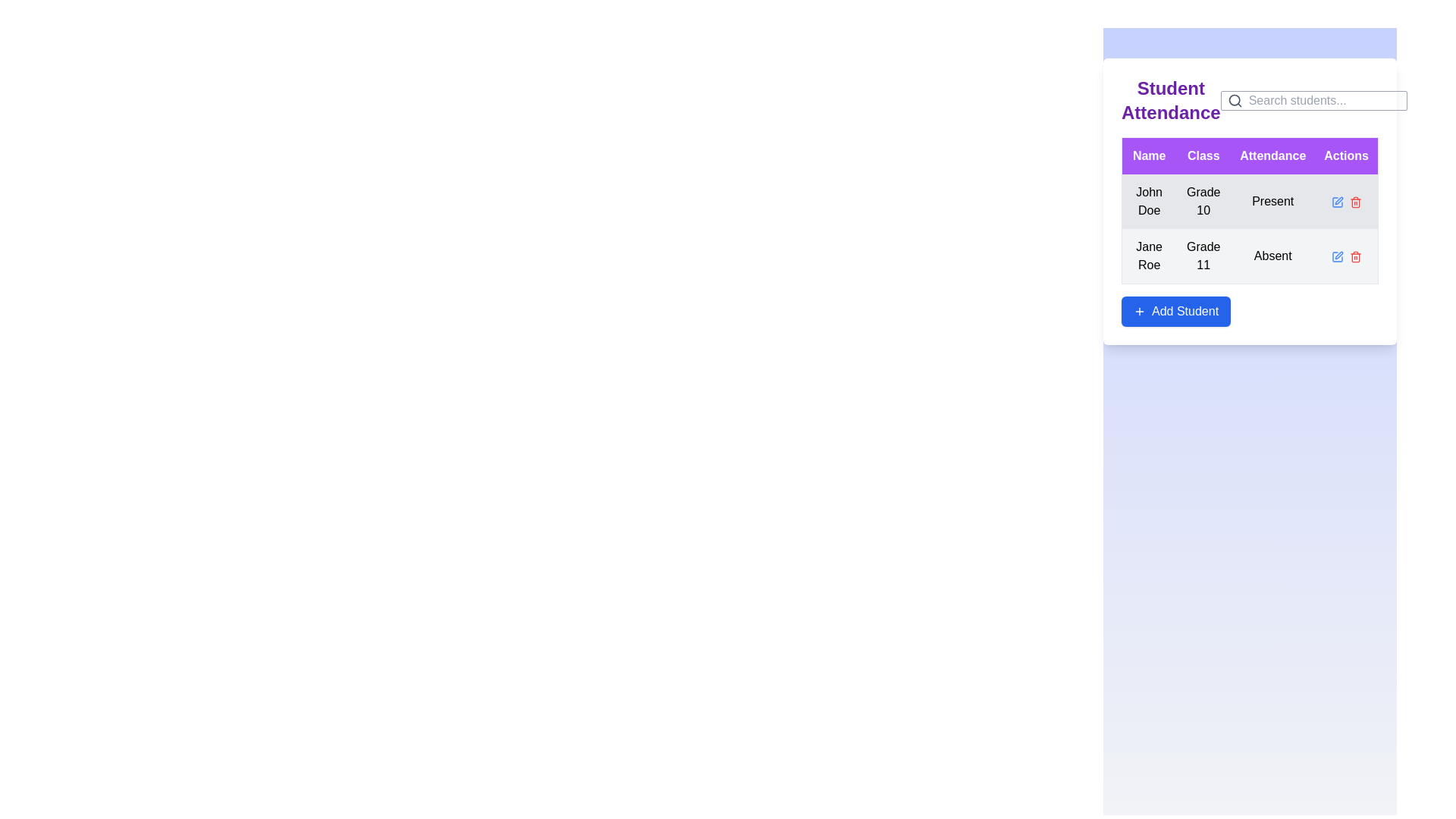  I want to click on the blue pen icon in the 'Actions' column associated with 'Jane Roe', so click(1338, 199).